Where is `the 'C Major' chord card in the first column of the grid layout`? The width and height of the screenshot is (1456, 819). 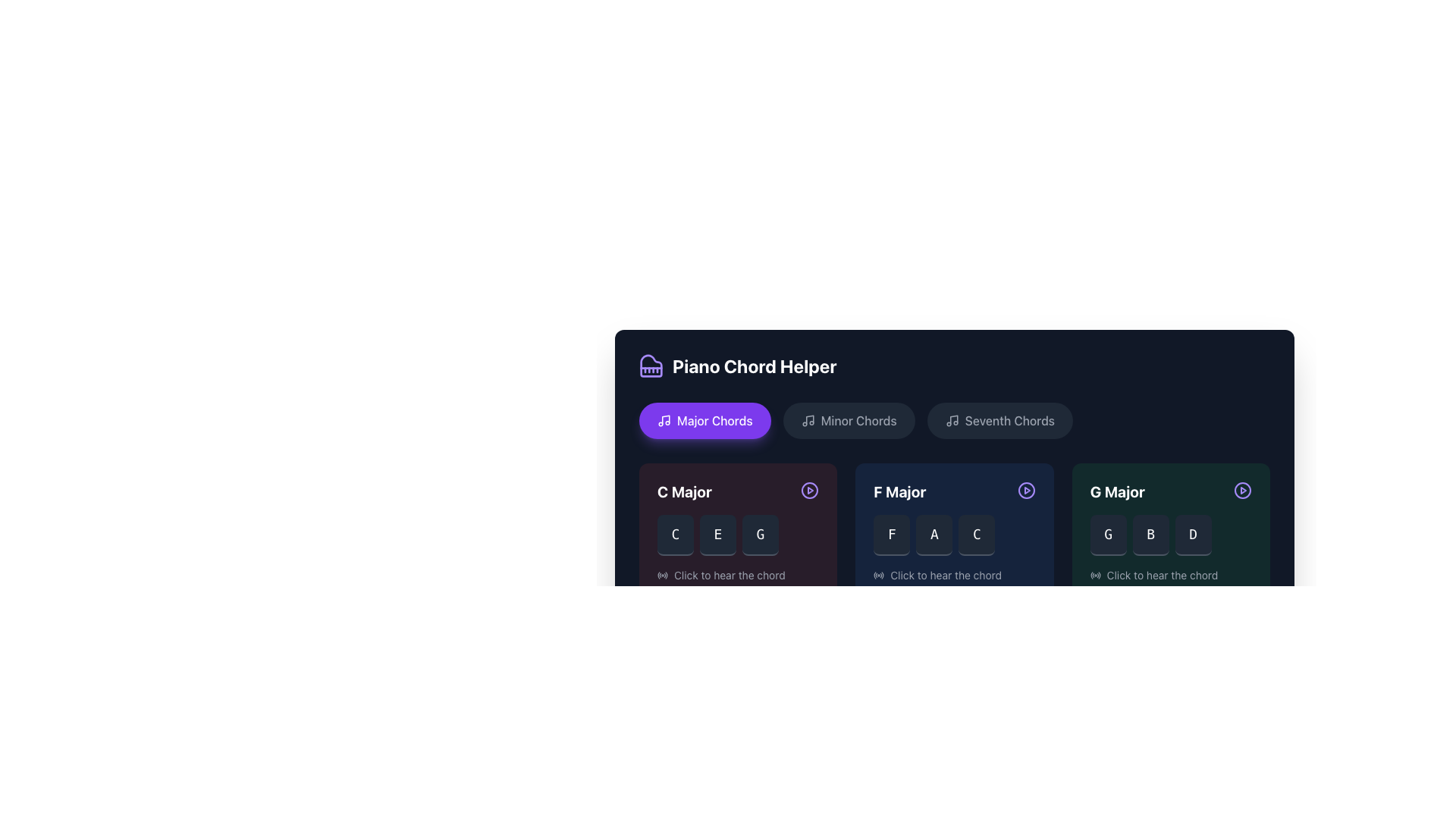
the 'C Major' chord card in the first column of the grid layout is located at coordinates (738, 532).